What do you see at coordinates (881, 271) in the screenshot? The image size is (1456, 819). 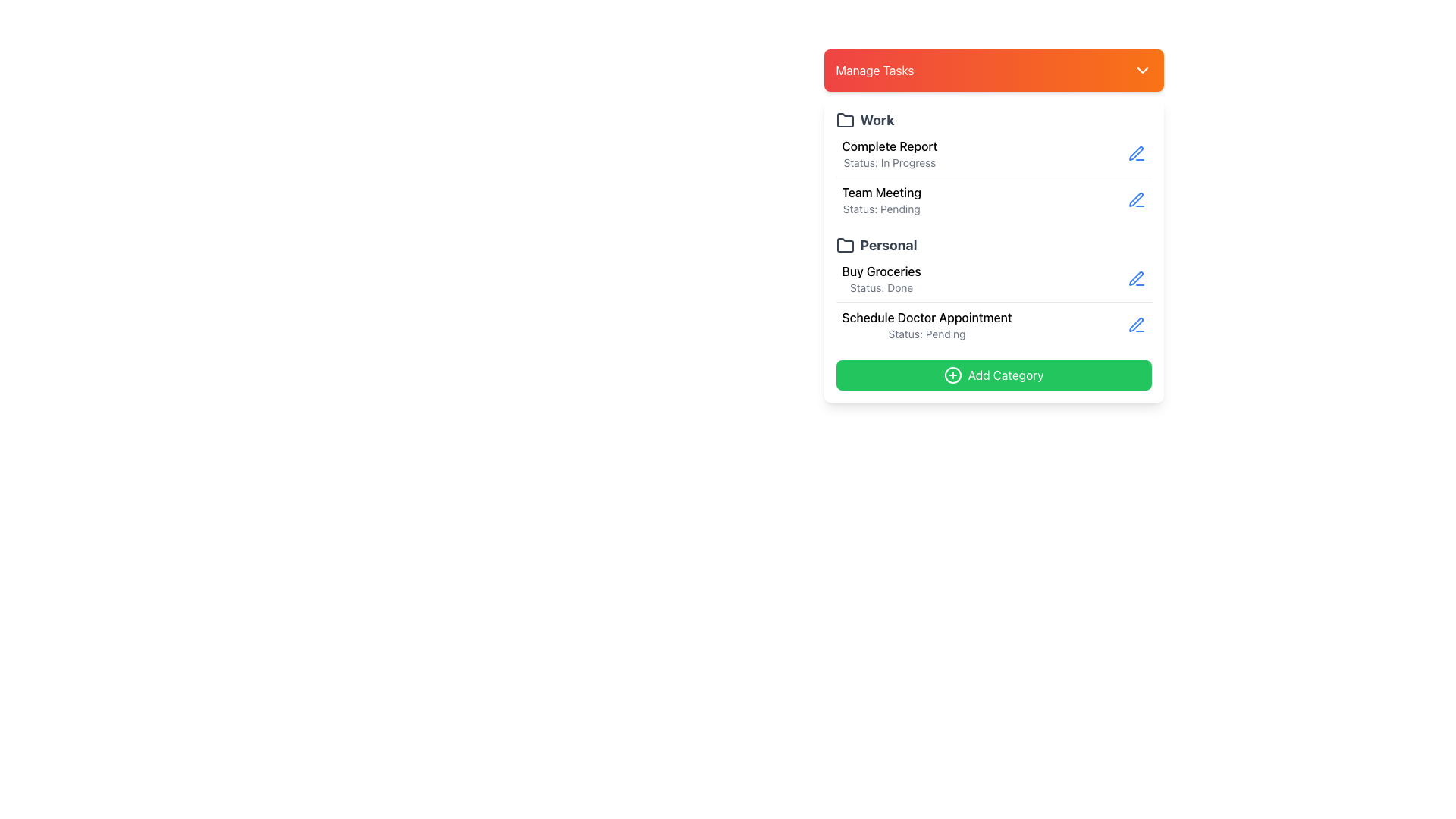 I see `the task label located in the 'Personal' section of the task management interface, positioned directly above the 'Status: Done' text` at bounding box center [881, 271].